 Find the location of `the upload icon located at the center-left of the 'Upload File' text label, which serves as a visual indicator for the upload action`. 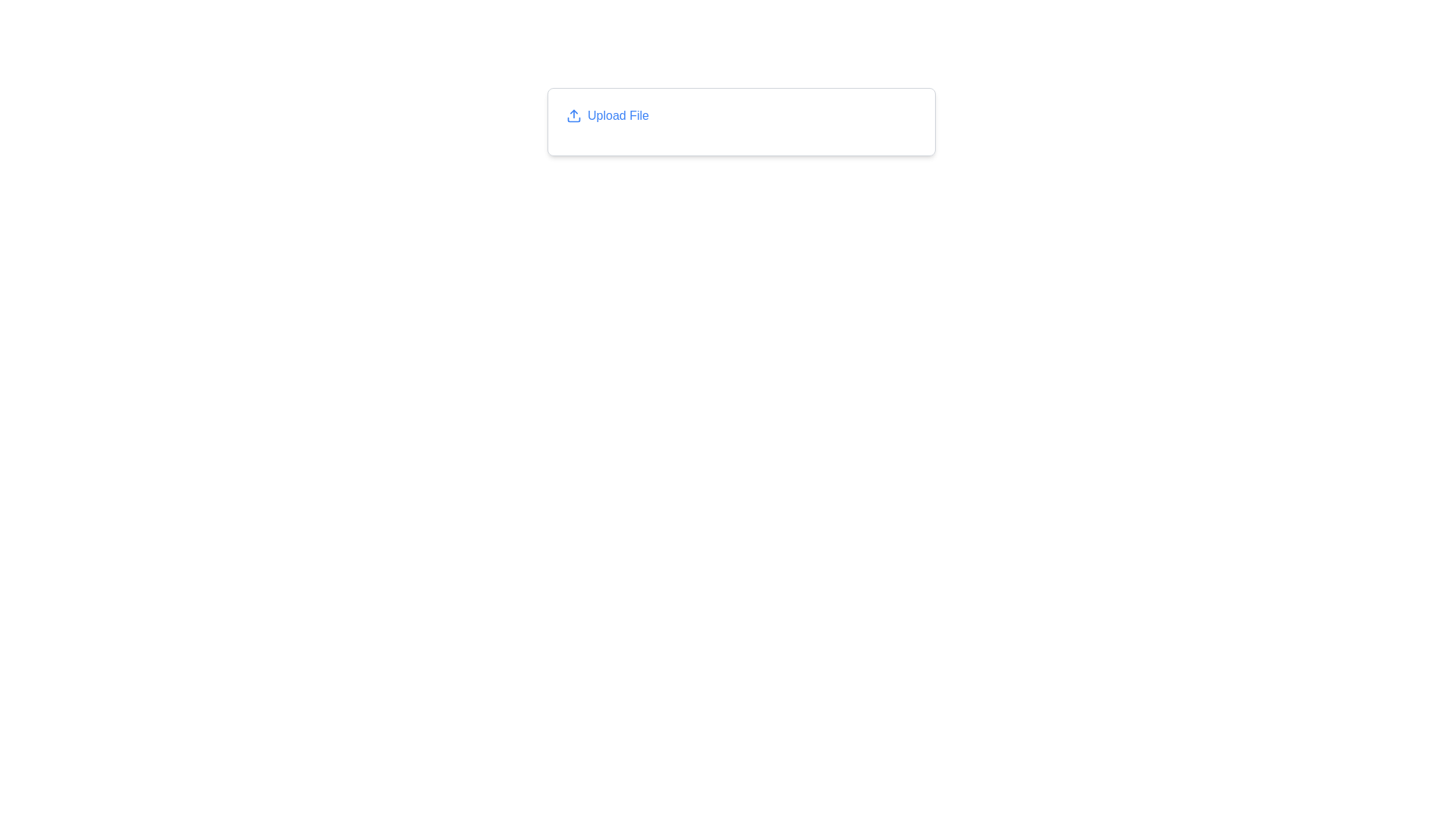

the upload icon located at the center-left of the 'Upload File' text label, which serves as a visual indicator for the upload action is located at coordinates (573, 115).